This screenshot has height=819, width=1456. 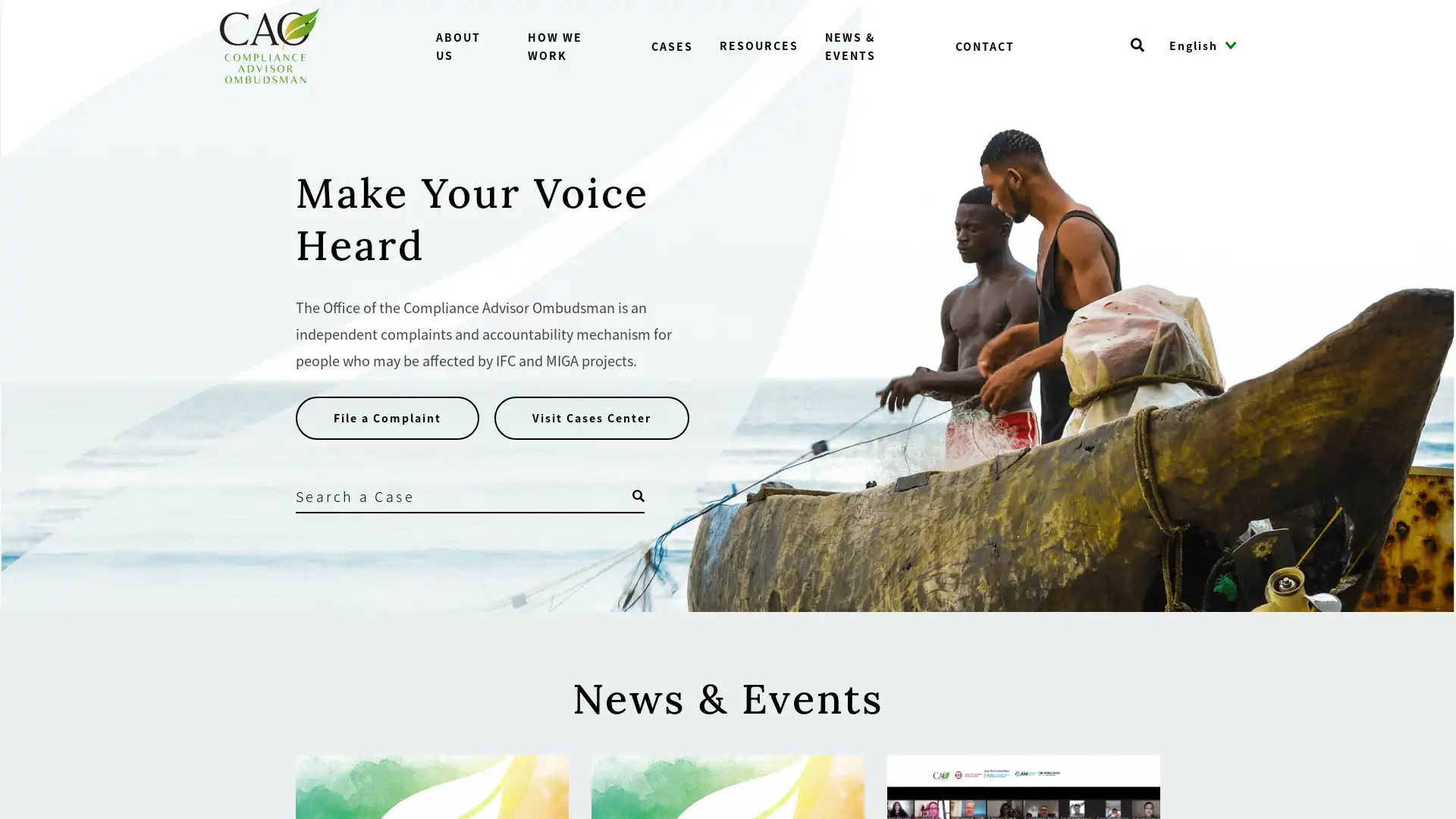 What do you see at coordinates (638, 496) in the screenshot?
I see `Open search` at bounding box center [638, 496].